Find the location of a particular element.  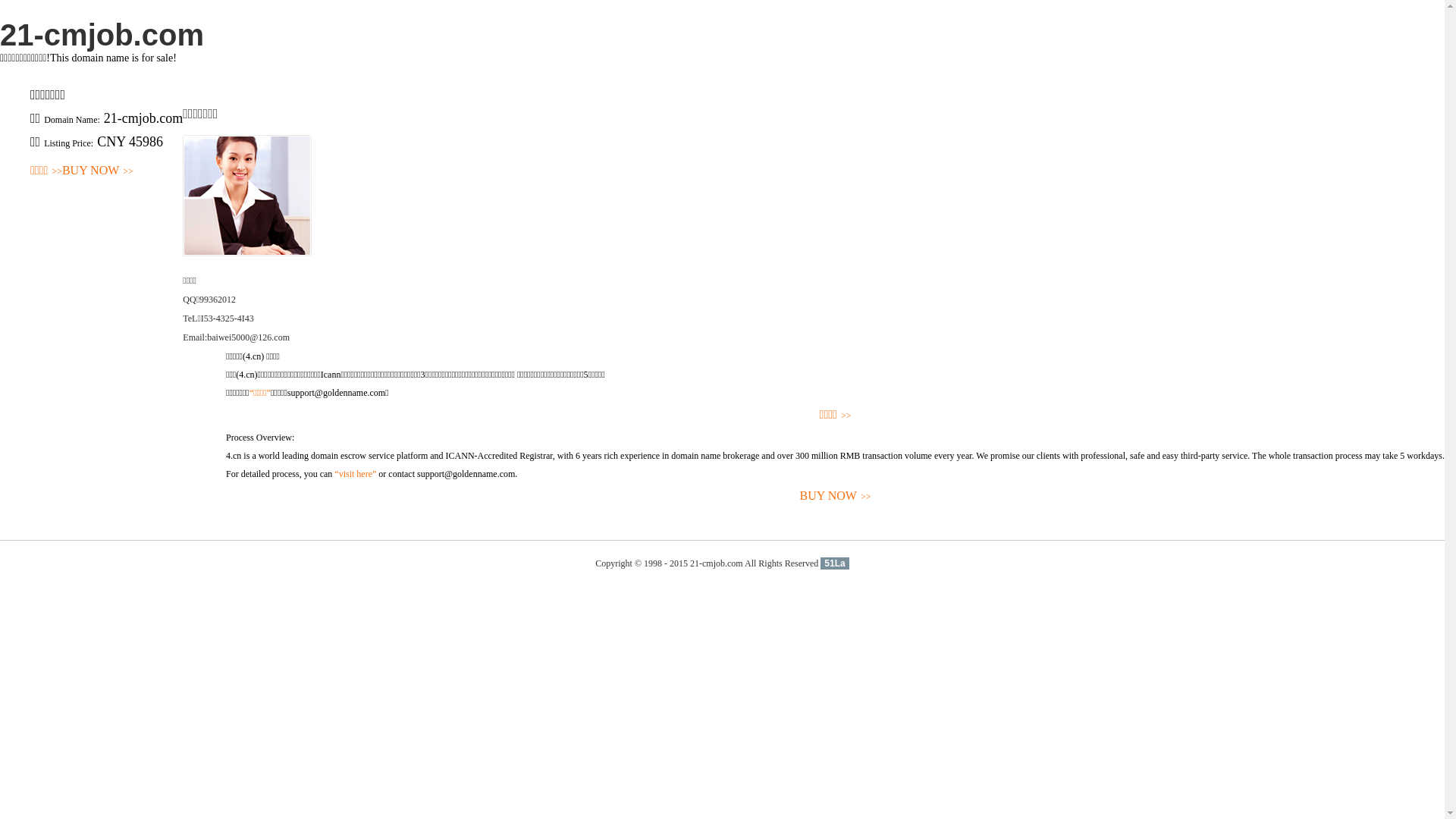

'BUY NOW>>' is located at coordinates (834, 496).